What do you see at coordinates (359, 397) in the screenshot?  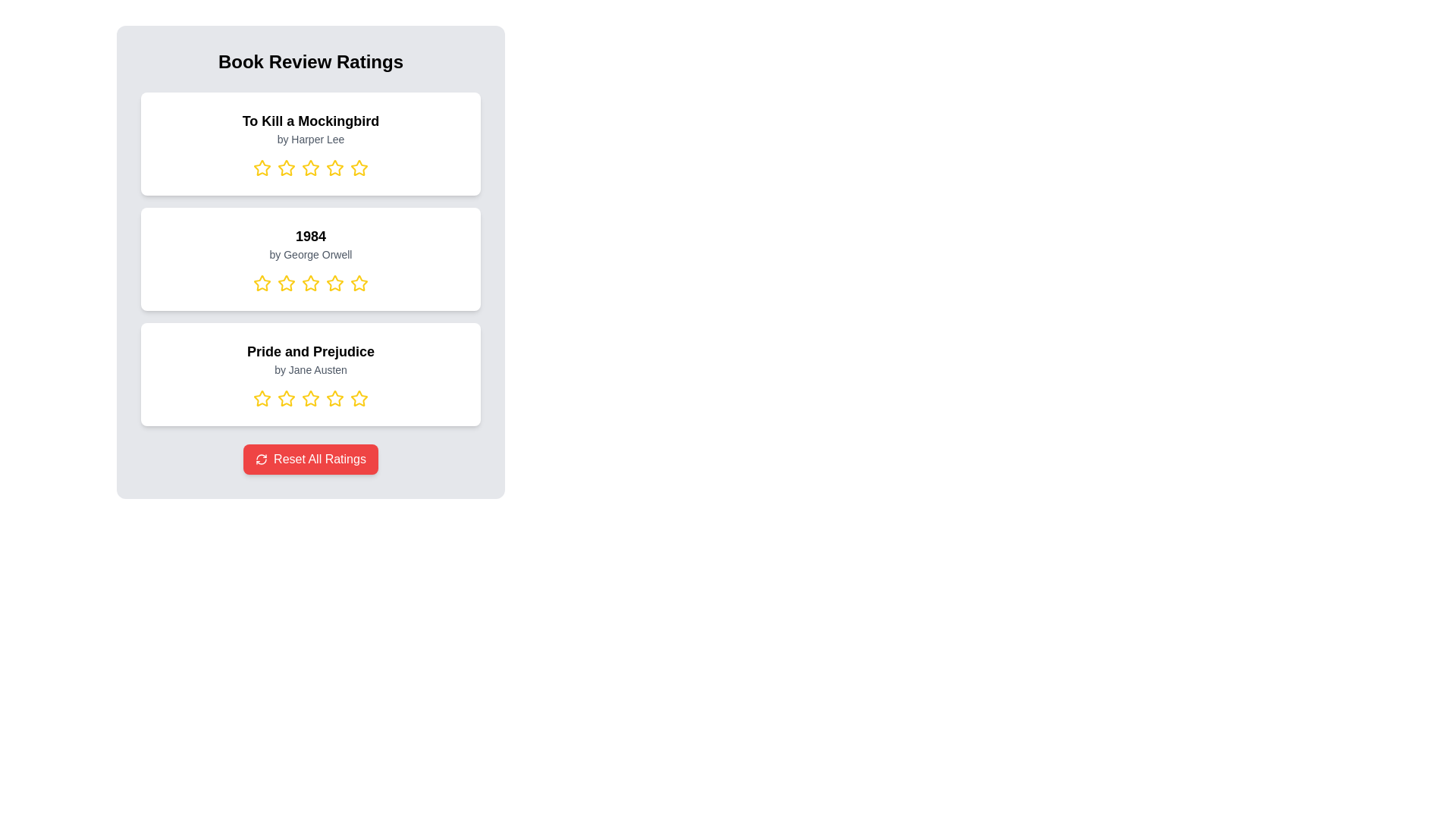 I see `the rating for a book by selecting 5 stars for the book titled Pride and Prejudice` at bounding box center [359, 397].